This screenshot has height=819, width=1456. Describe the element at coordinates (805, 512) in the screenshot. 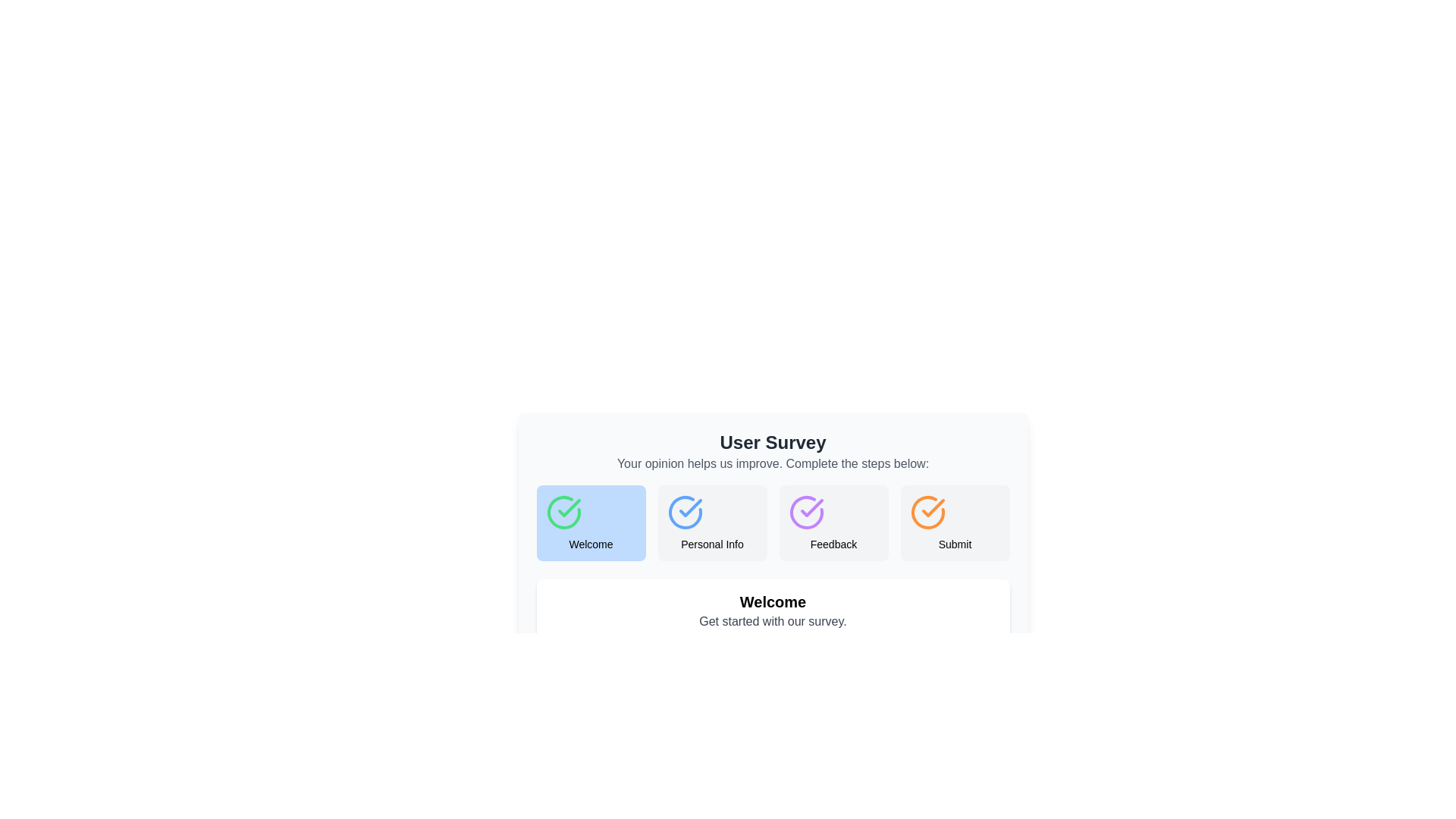

I see `the circular purple icon with a checkmark inside, located in the third column of the icons under the 'User Survey' header in the 'Feedback' section` at that location.